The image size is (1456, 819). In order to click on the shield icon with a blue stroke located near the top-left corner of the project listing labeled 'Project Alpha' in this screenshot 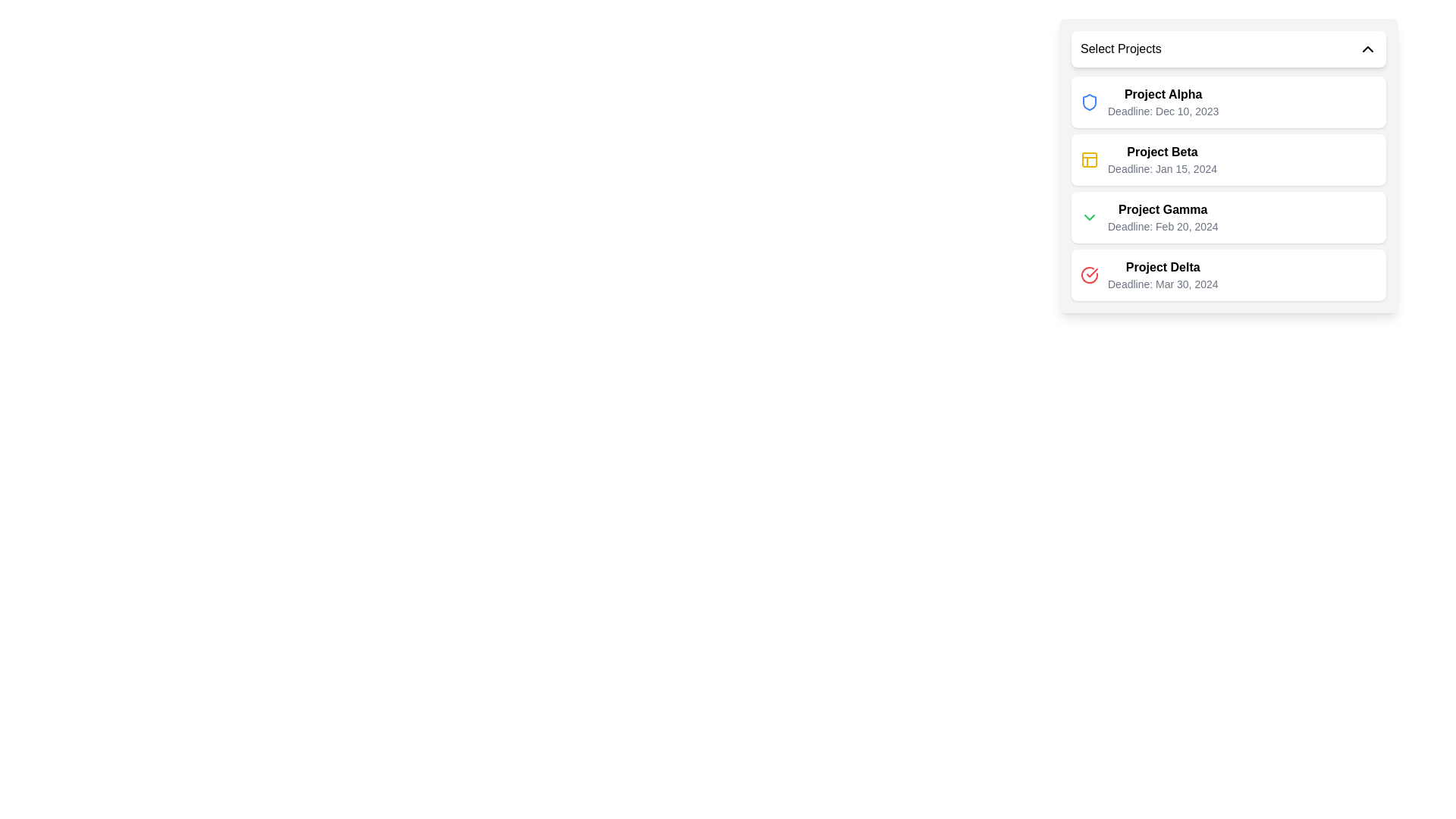, I will do `click(1088, 102)`.